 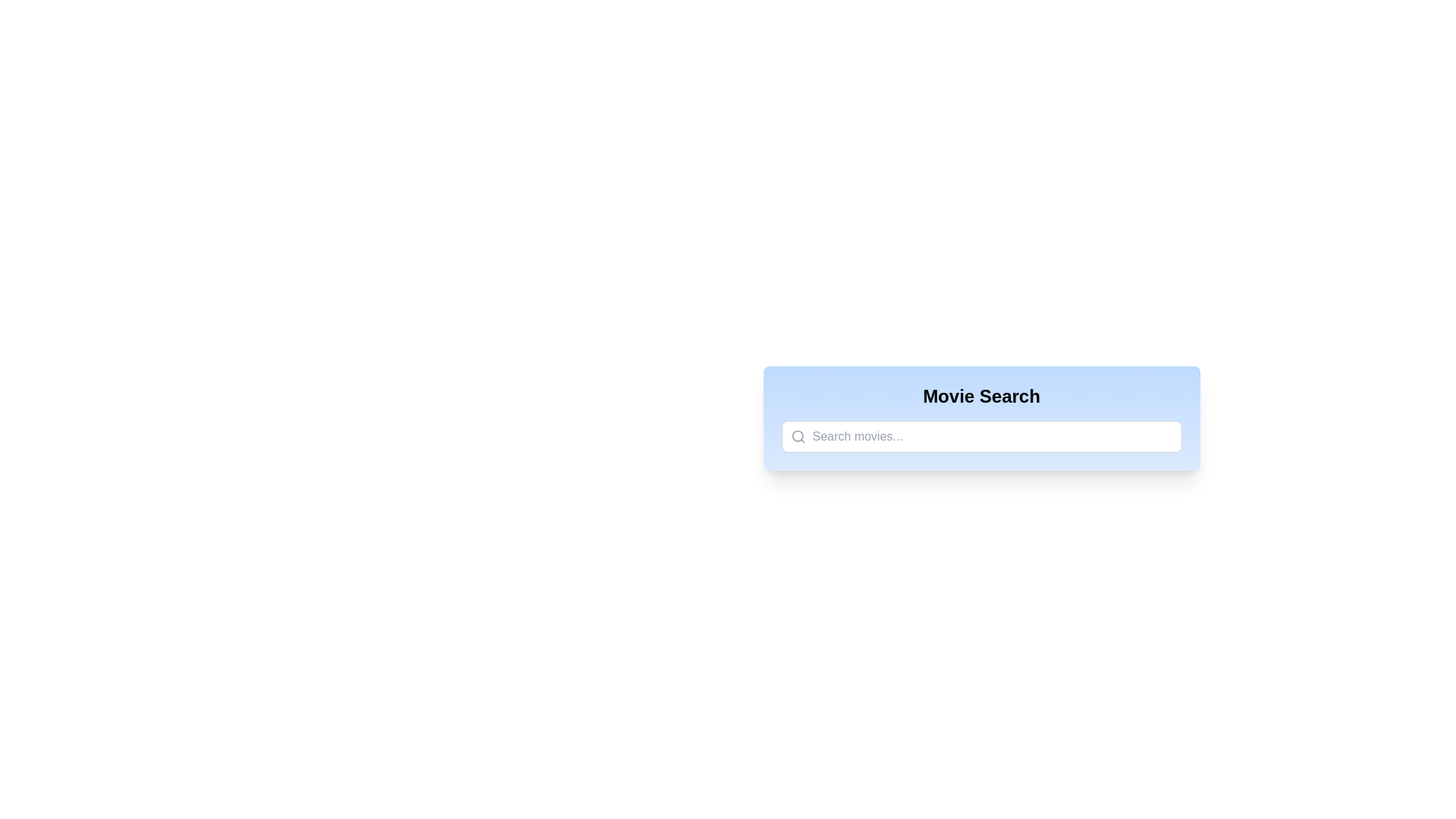 What do you see at coordinates (797, 436) in the screenshot?
I see `the decorative icon associated with the search functionality, located to the left of the input field with the placeholder text 'Search movies...'` at bounding box center [797, 436].